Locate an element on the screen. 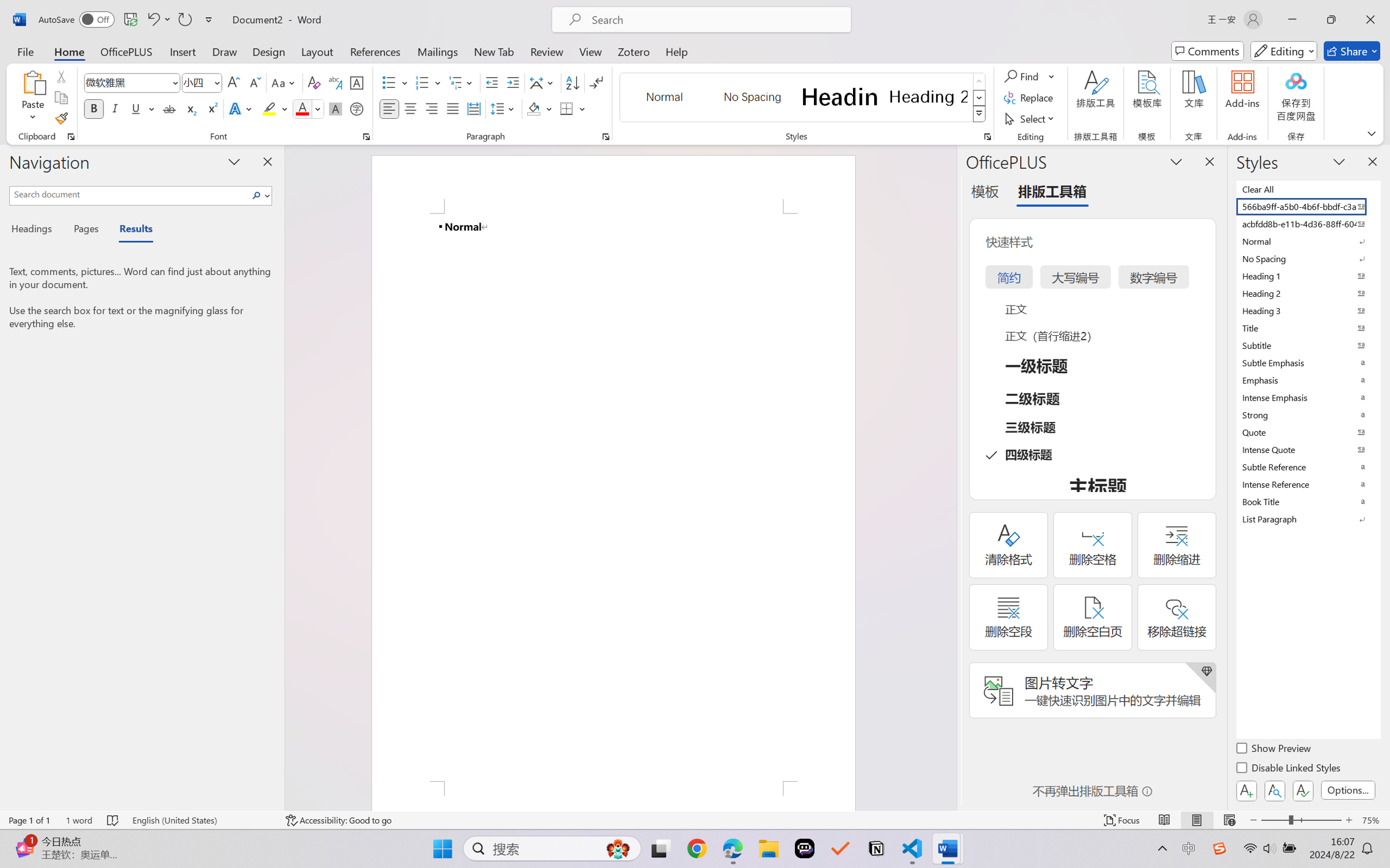 The width and height of the screenshot is (1390, 868). 'Shrink Font' is located at coordinates (253, 83).